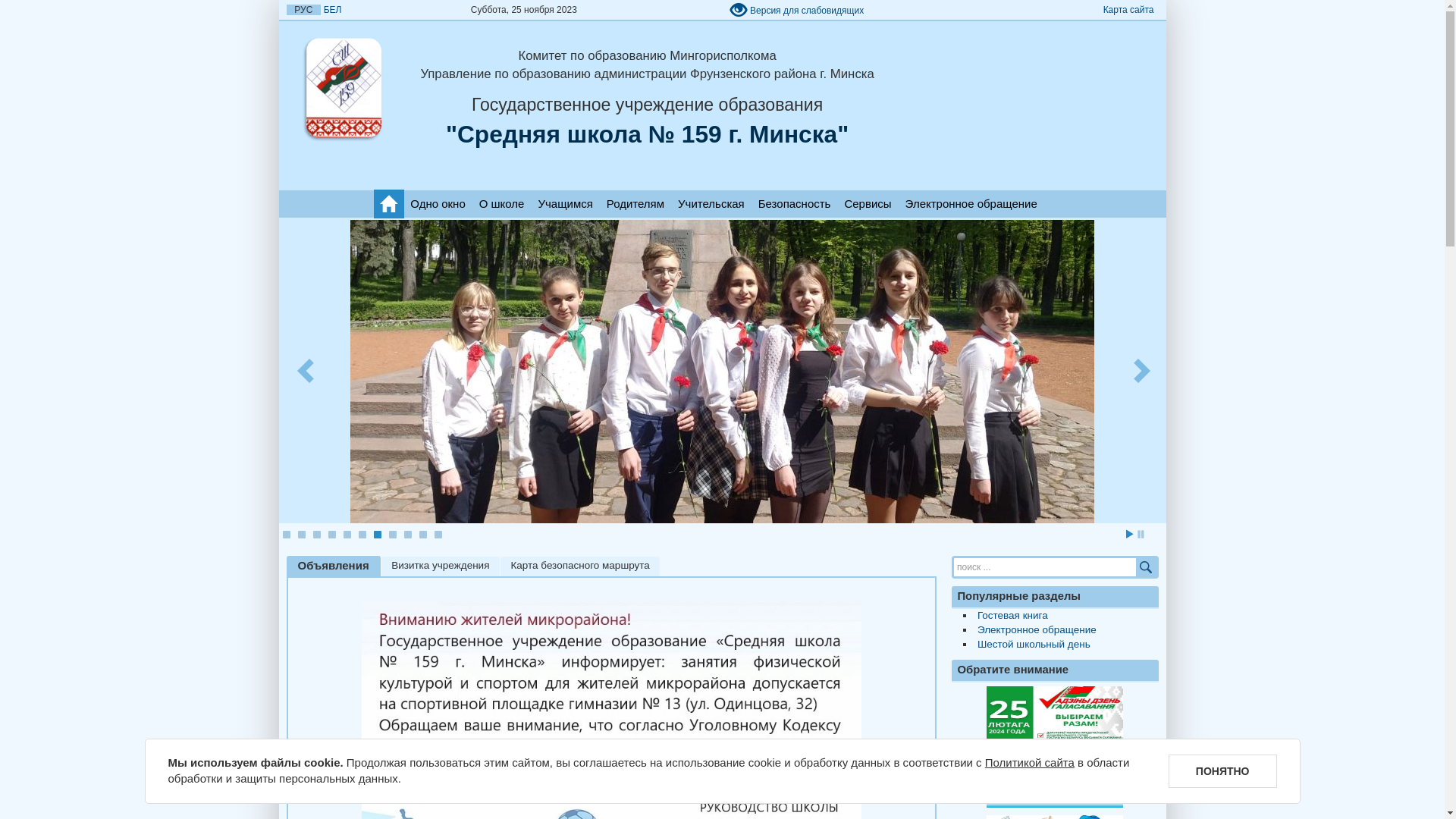  What do you see at coordinates (282, 534) in the screenshot?
I see `'1'` at bounding box center [282, 534].